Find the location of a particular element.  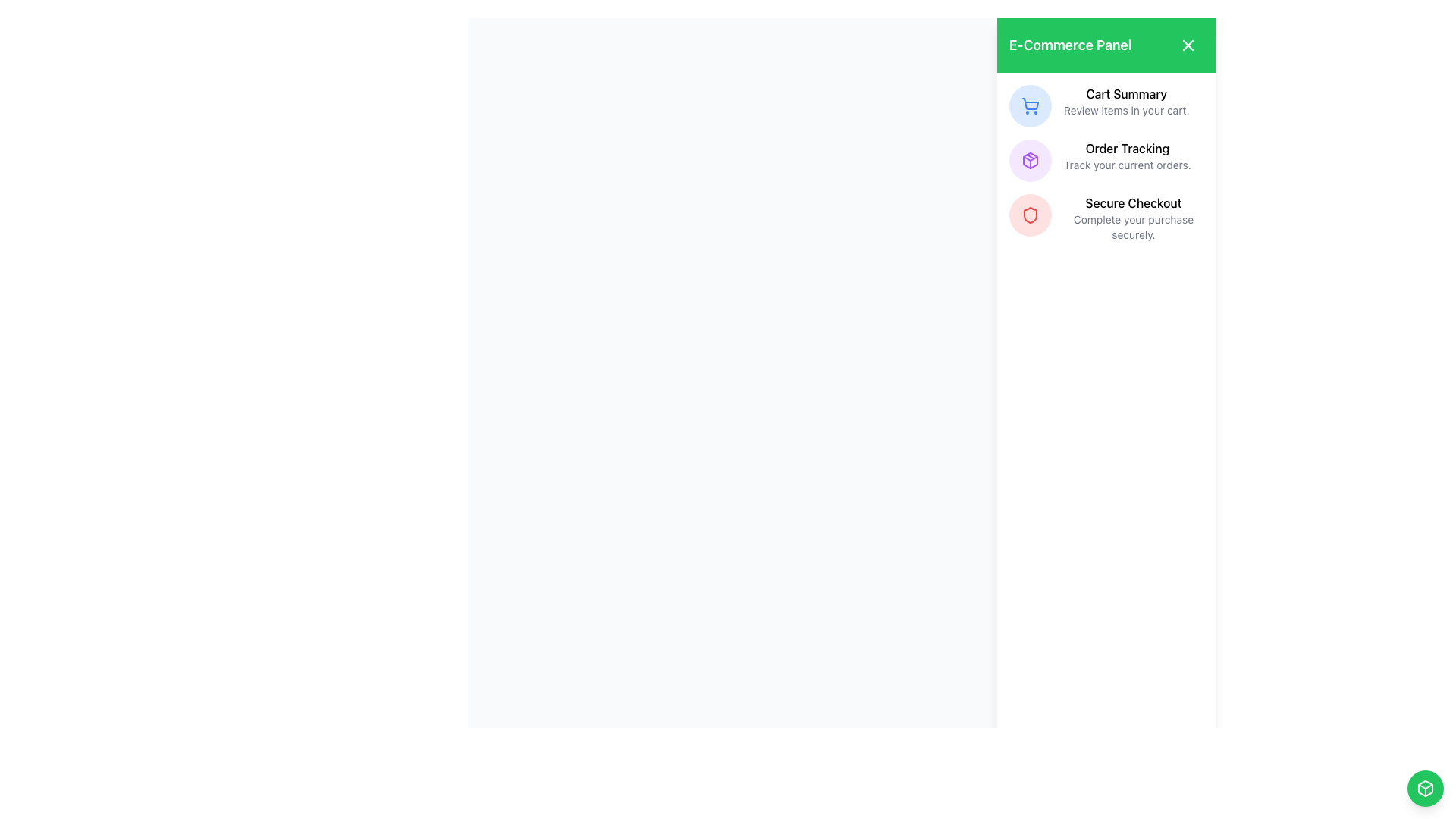

descriptive text below the 'Cart Summary' heading that instructs the user to review items in their cart is located at coordinates (1126, 110).